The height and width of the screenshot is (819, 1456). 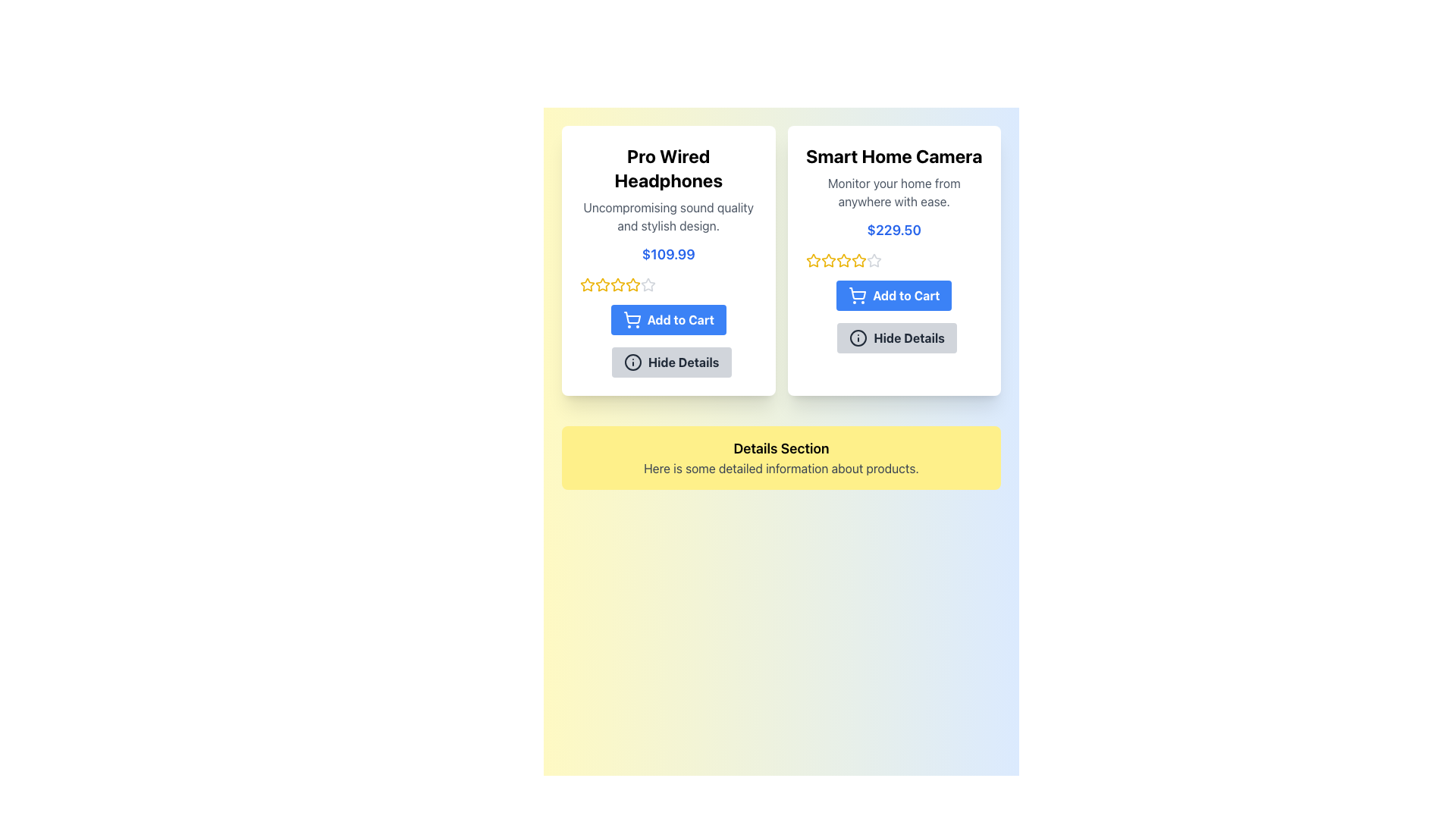 What do you see at coordinates (843, 259) in the screenshot?
I see `the fourth star icon used for rating in the Smart Home Camera product card` at bounding box center [843, 259].